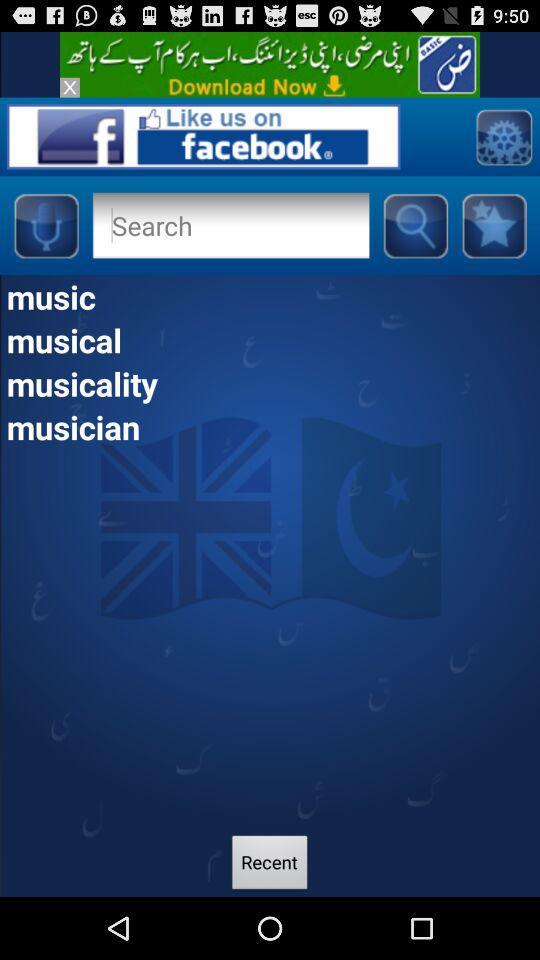 The width and height of the screenshot is (540, 960). What do you see at coordinates (270, 864) in the screenshot?
I see `recent` at bounding box center [270, 864].